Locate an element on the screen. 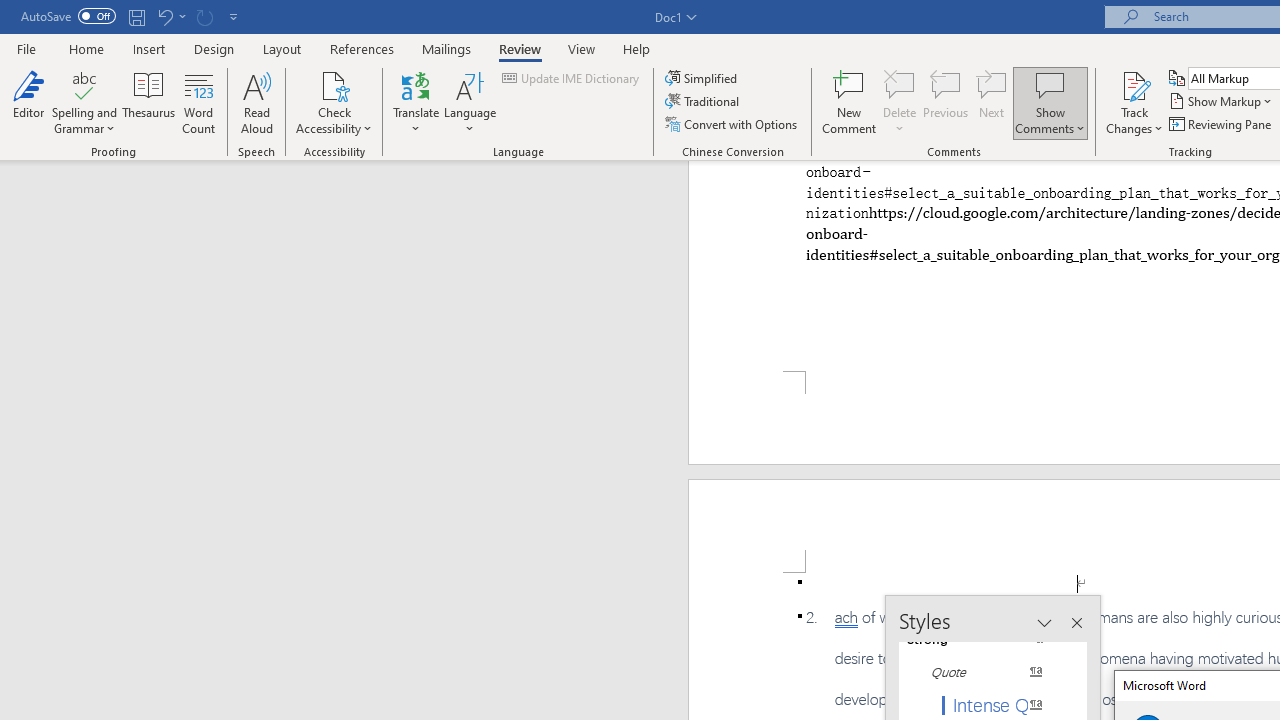  'Check Accessibility' is located at coordinates (334, 103).